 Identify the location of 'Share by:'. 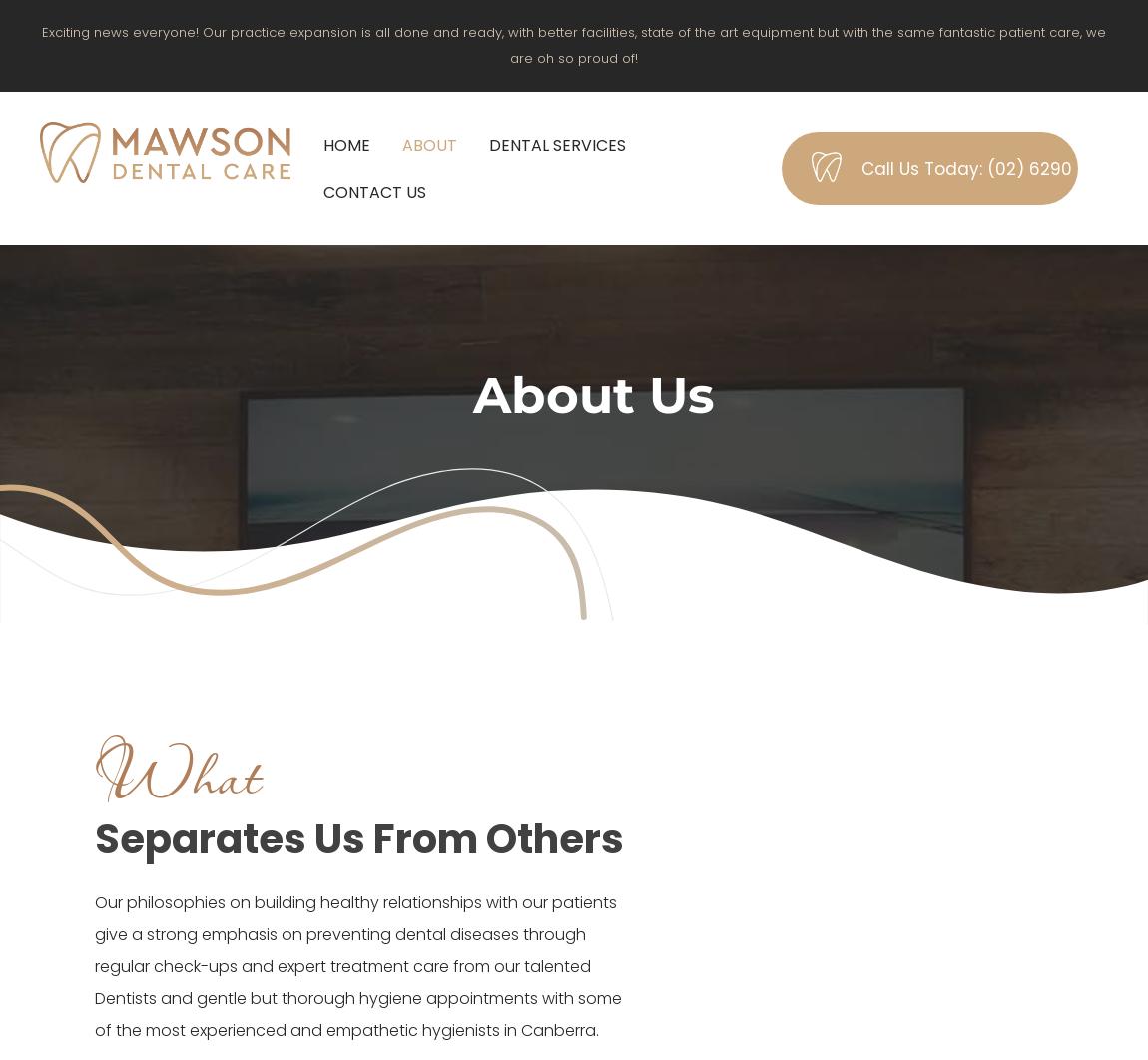
(82, 50).